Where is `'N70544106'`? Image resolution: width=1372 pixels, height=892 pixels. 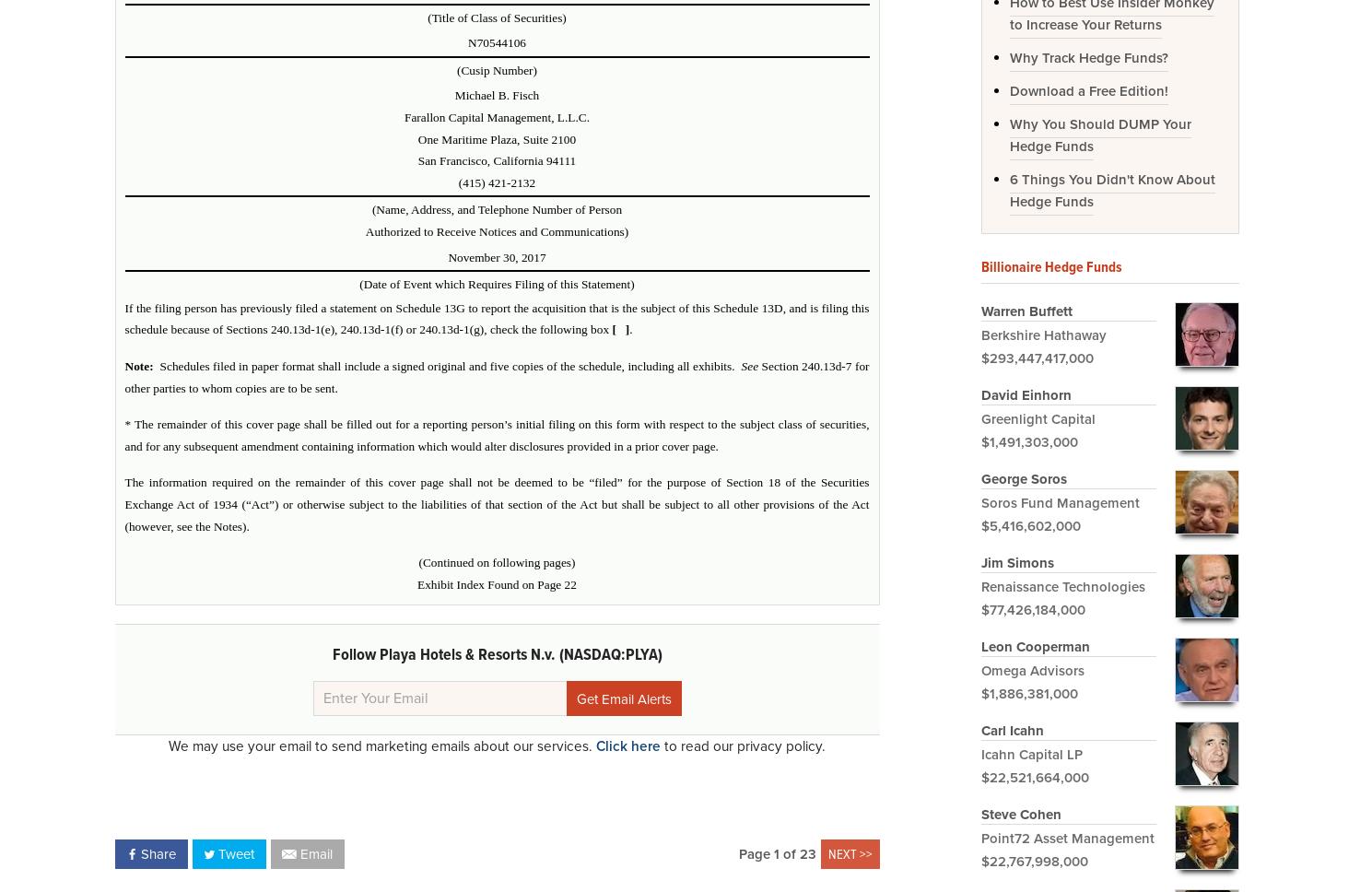 'N70544106' is located at coordinates (497, 41).